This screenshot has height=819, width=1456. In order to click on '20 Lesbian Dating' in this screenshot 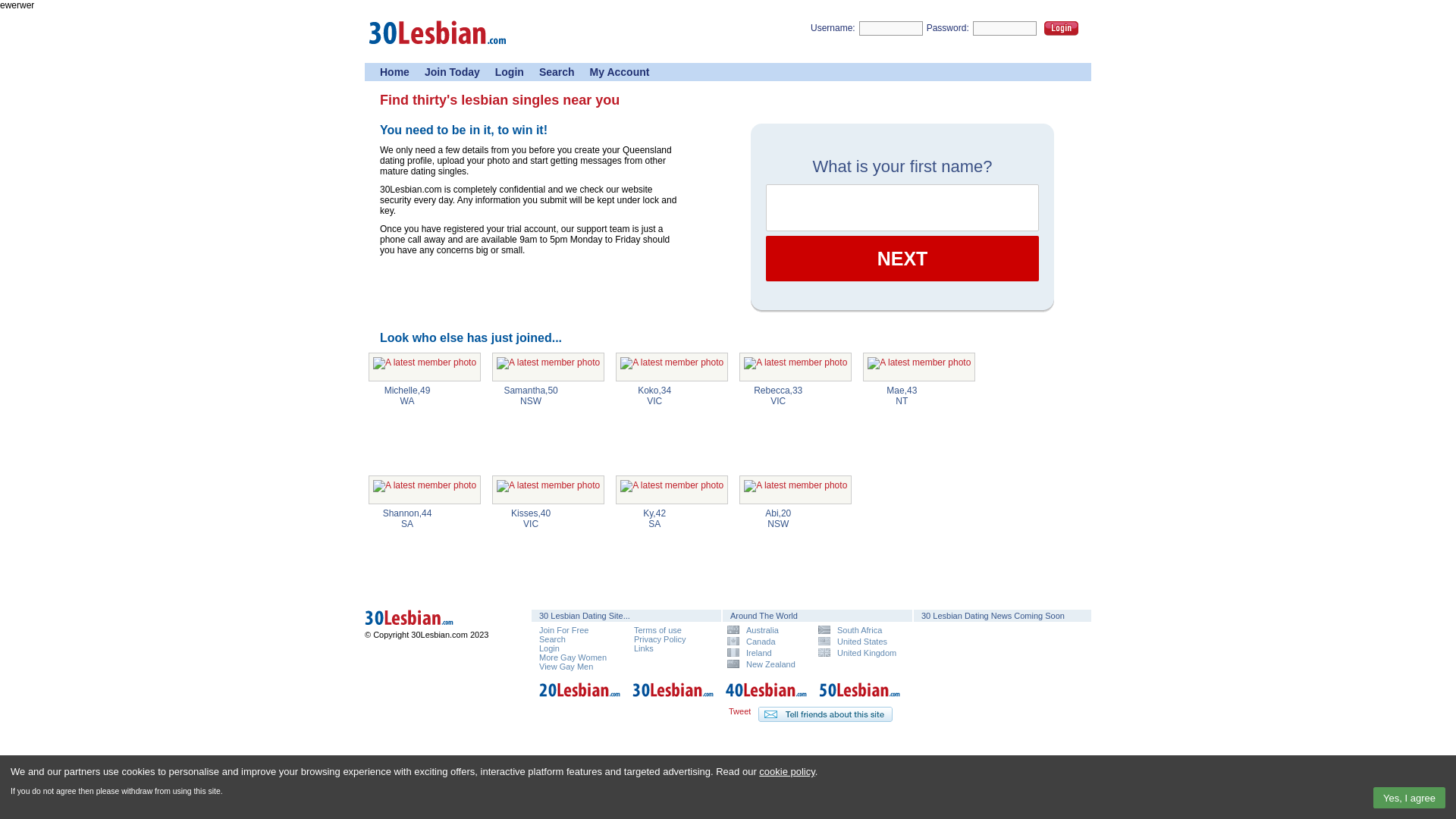, I will do `click(579, 698)`.